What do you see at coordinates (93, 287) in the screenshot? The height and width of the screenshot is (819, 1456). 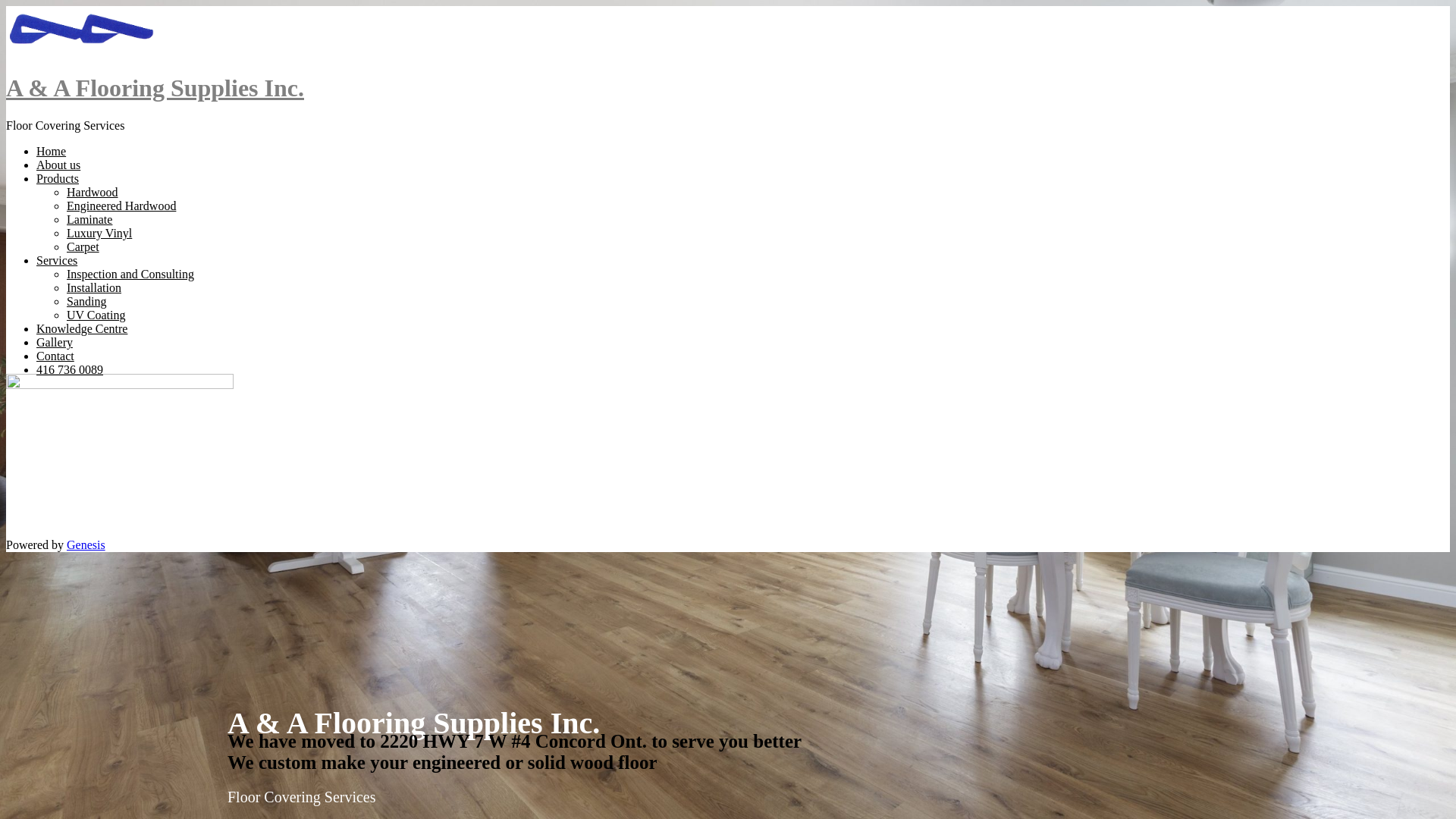 I see `'Installation'` at bounding box center [93, 287].